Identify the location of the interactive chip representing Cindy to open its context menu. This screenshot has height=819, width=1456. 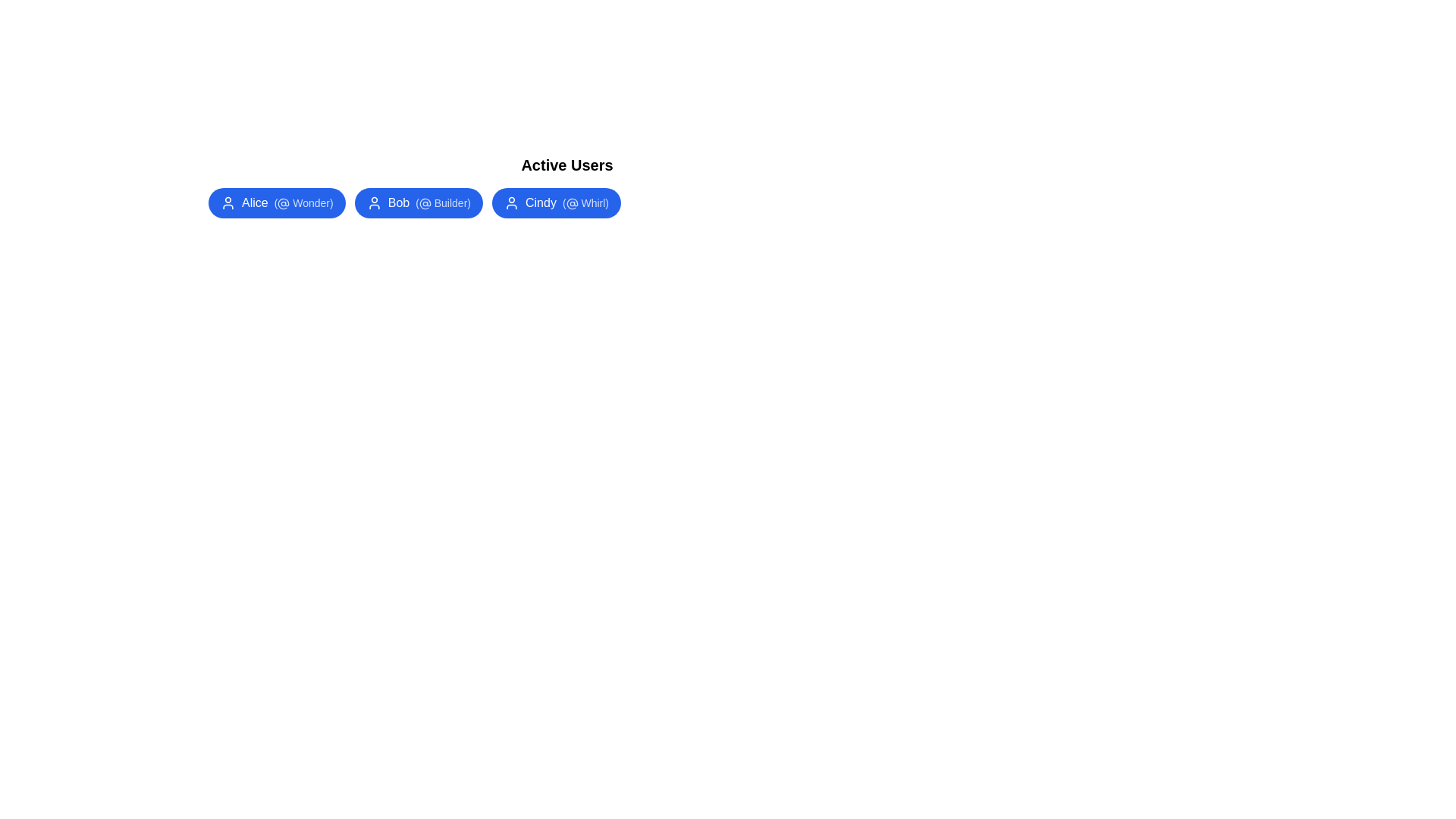
(556, 202).